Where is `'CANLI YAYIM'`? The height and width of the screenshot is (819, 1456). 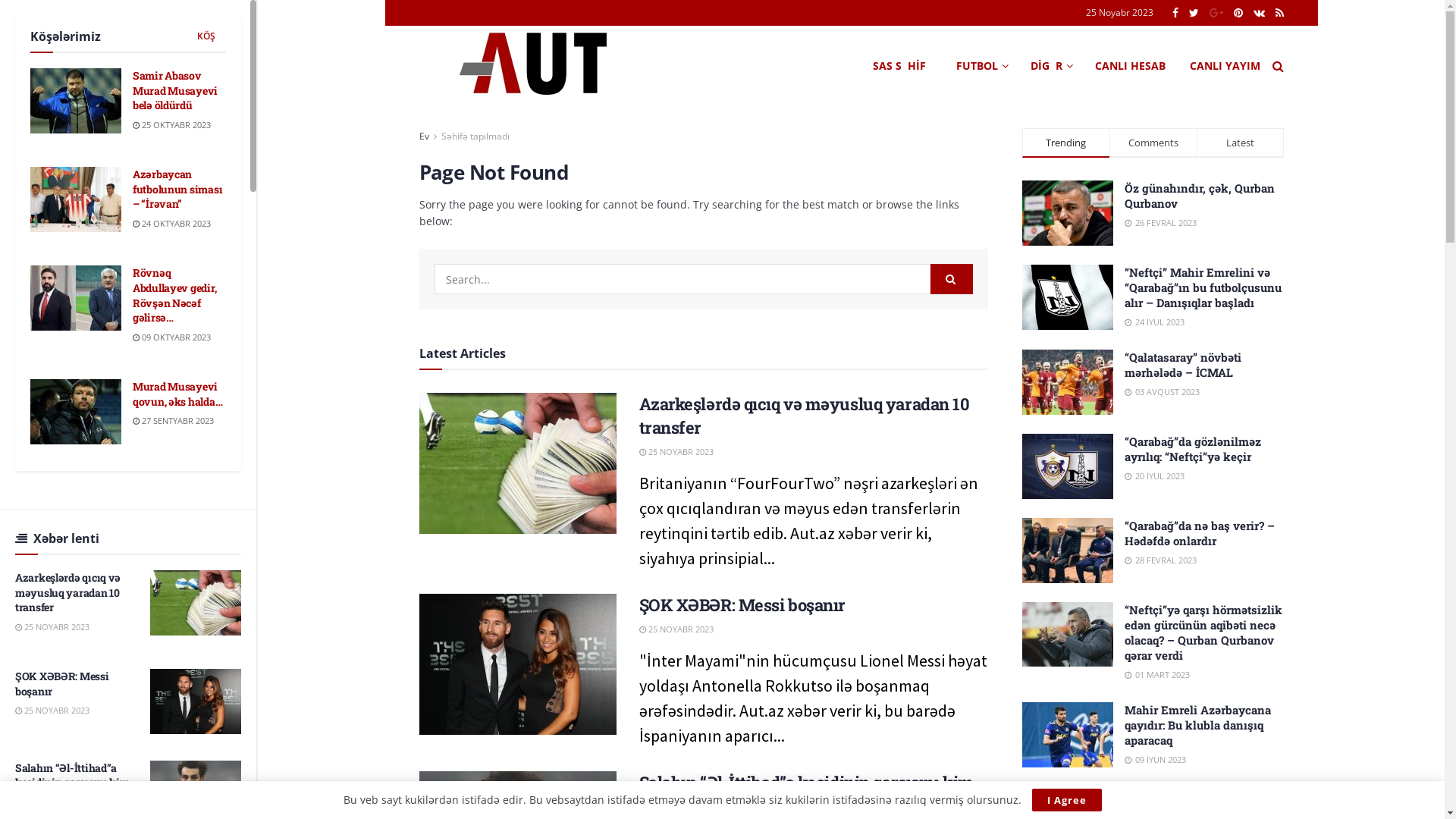
'CANLI YAYIM' is located at coordinates (1224, 65).